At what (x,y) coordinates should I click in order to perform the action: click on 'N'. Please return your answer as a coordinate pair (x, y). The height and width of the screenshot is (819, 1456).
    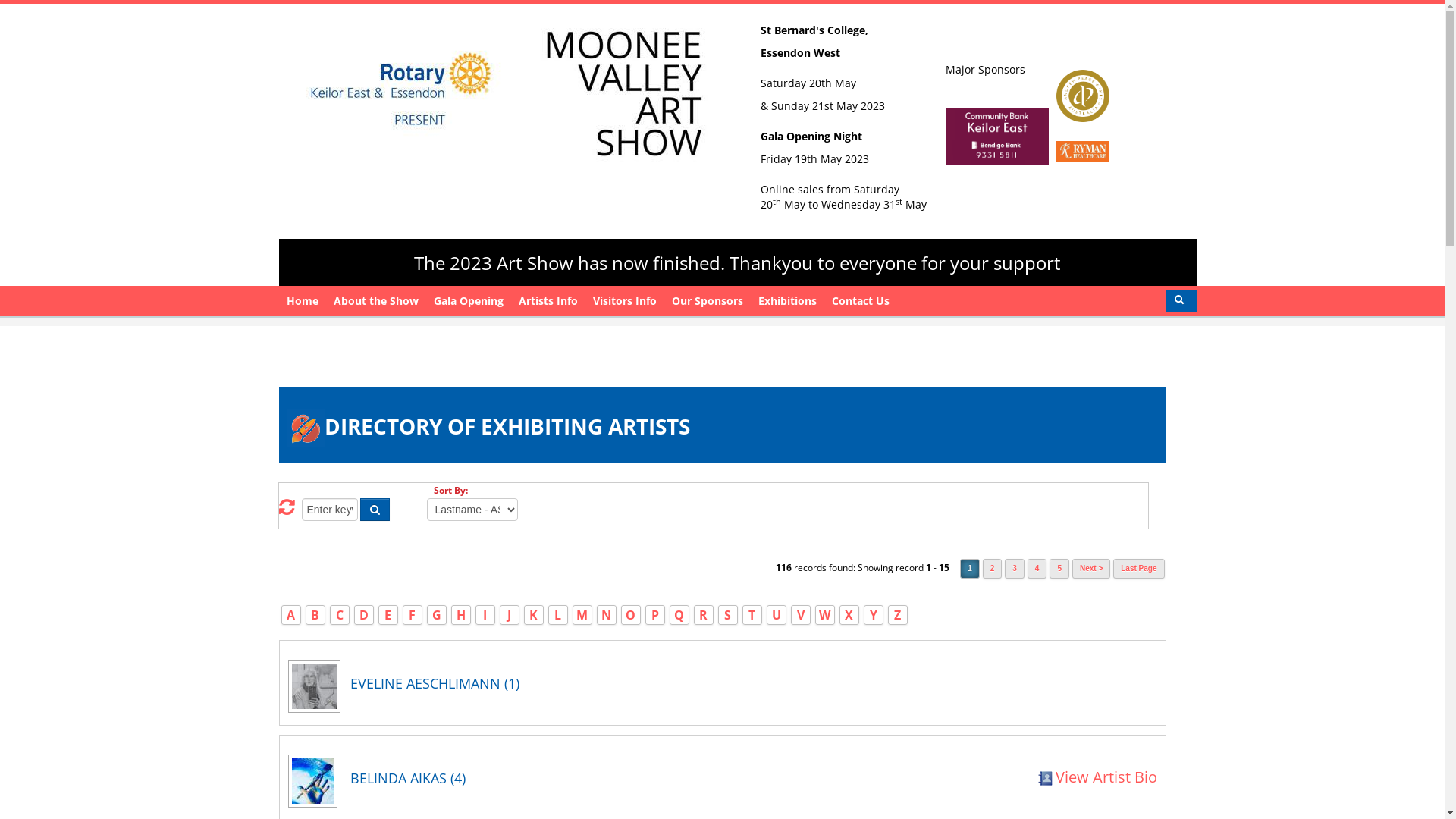
    Looking at the image, I should click on (605, 614).